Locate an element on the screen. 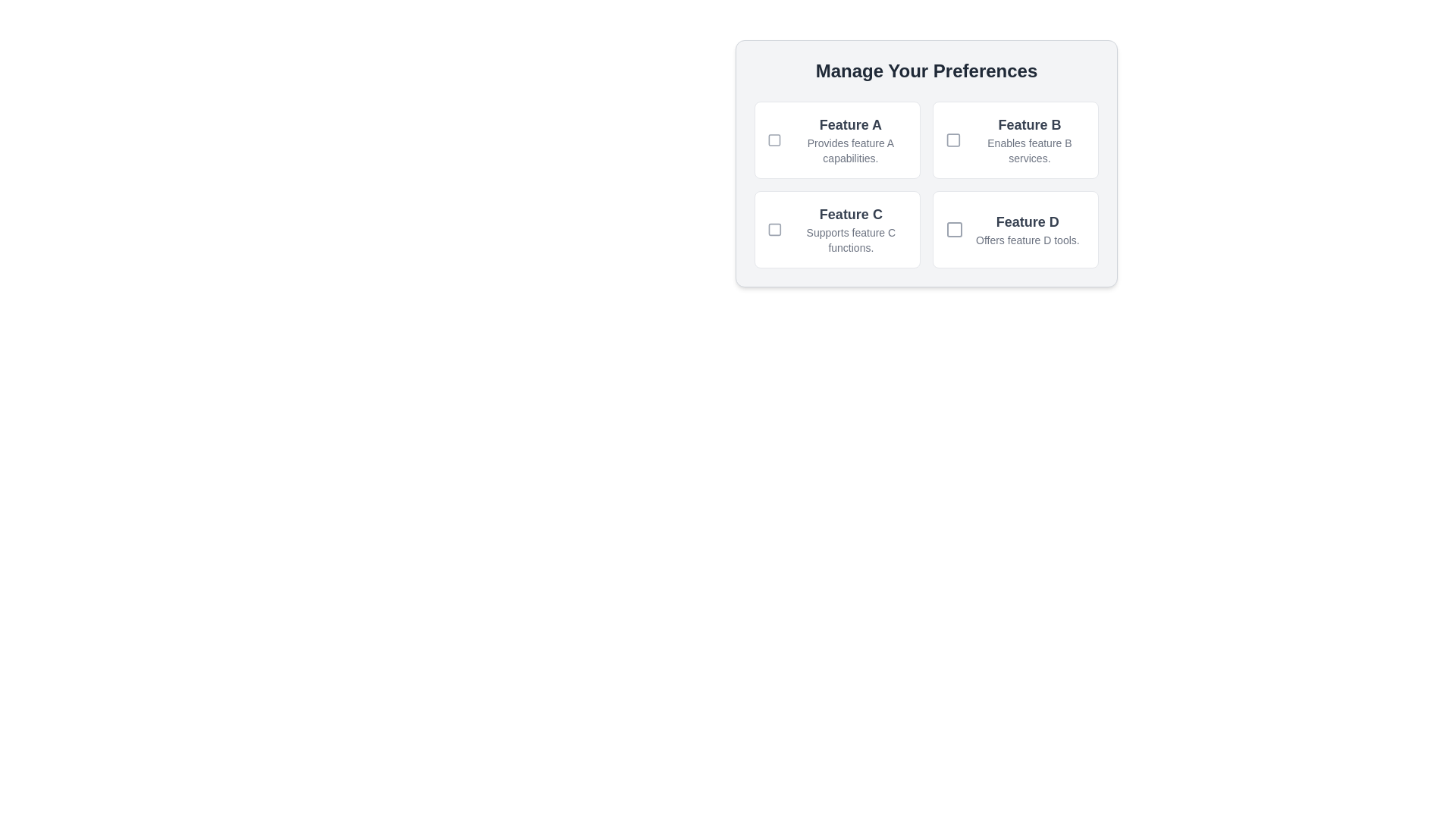  descriptive label for 'Feature B' located adjacent to the checkbox in the top right quadrant of the UI is located at coordinates (1030, 140).